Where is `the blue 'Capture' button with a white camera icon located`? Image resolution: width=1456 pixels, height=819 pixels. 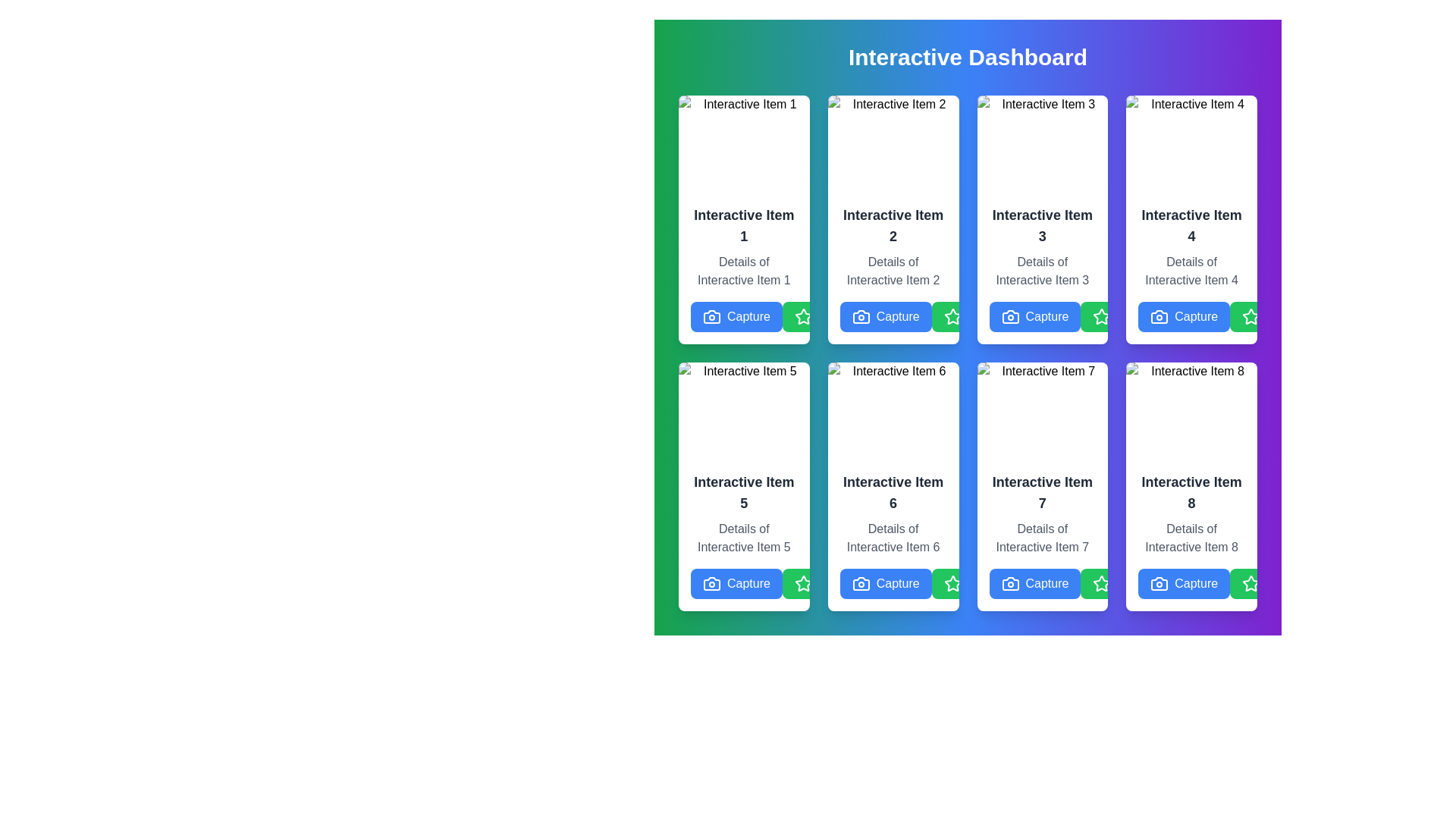 the blue 'Capture' button with a white camera icon located is located at coordinates (1033, 315).